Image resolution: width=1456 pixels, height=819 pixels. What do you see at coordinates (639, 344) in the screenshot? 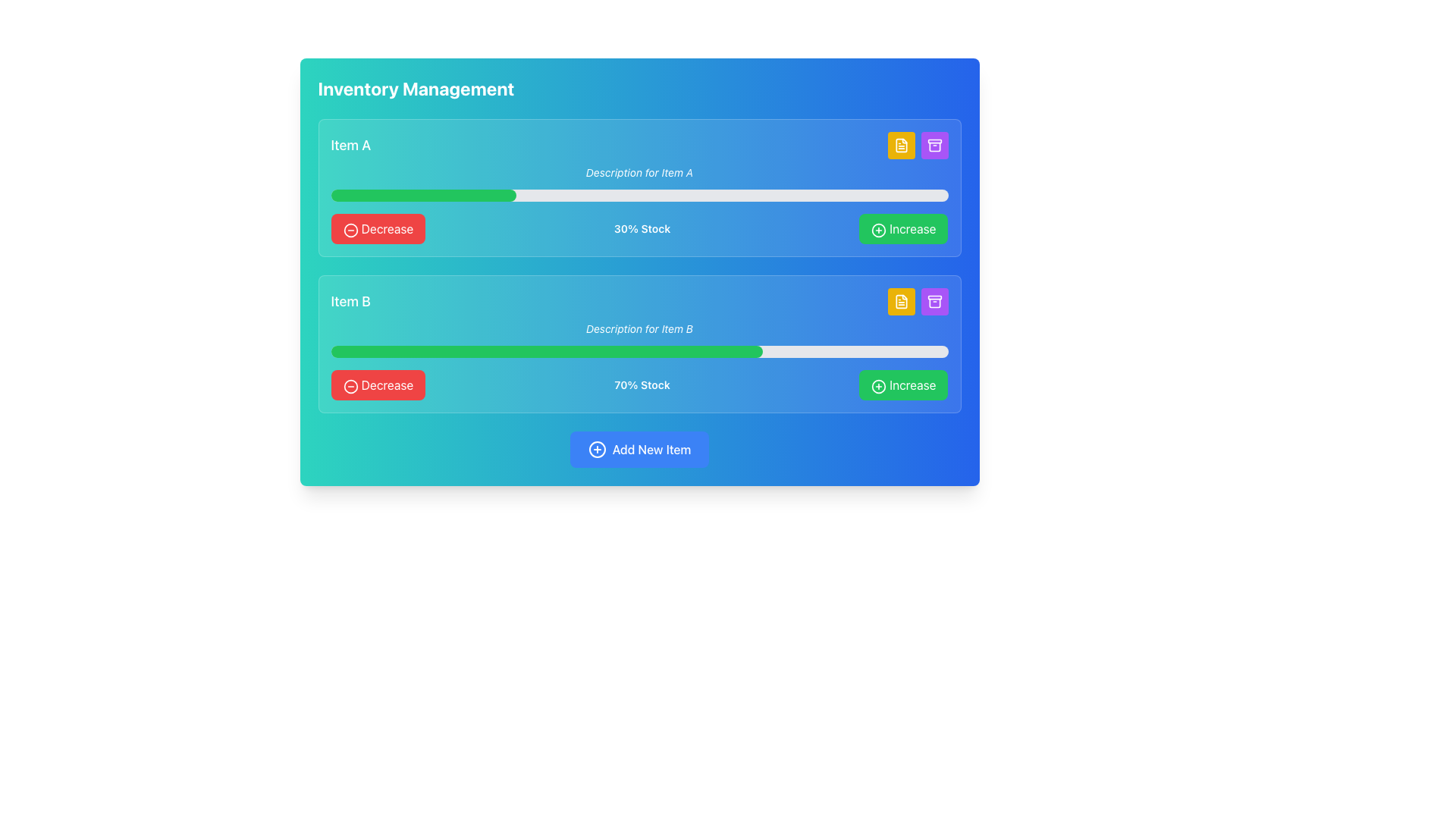
I see `the card displaying information about 'Item B', which is positioned below the card for 'Item A' in the interface` at bounding box center [639, 344].